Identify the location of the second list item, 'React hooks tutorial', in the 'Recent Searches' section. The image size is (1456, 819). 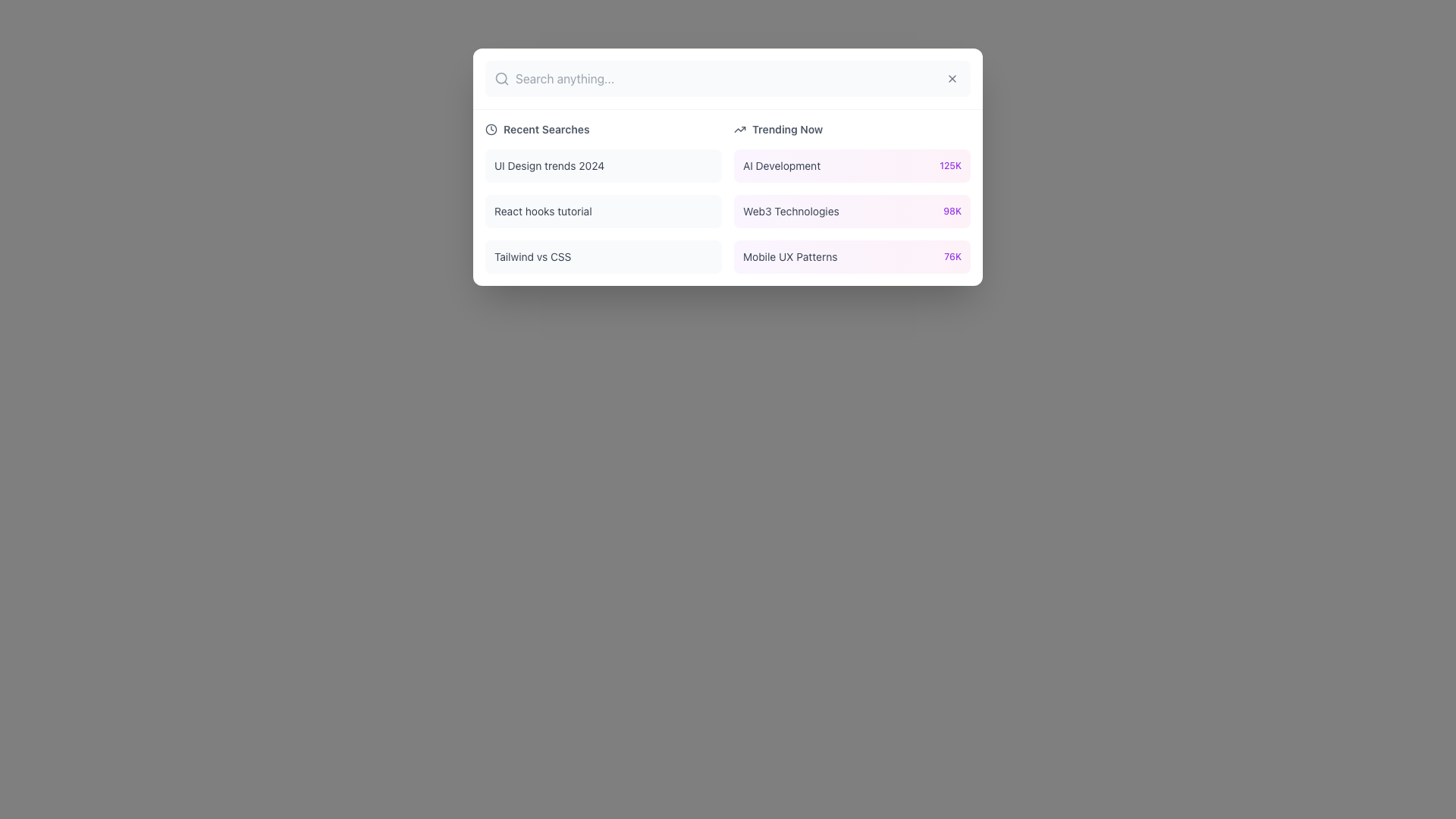
(603, 197).